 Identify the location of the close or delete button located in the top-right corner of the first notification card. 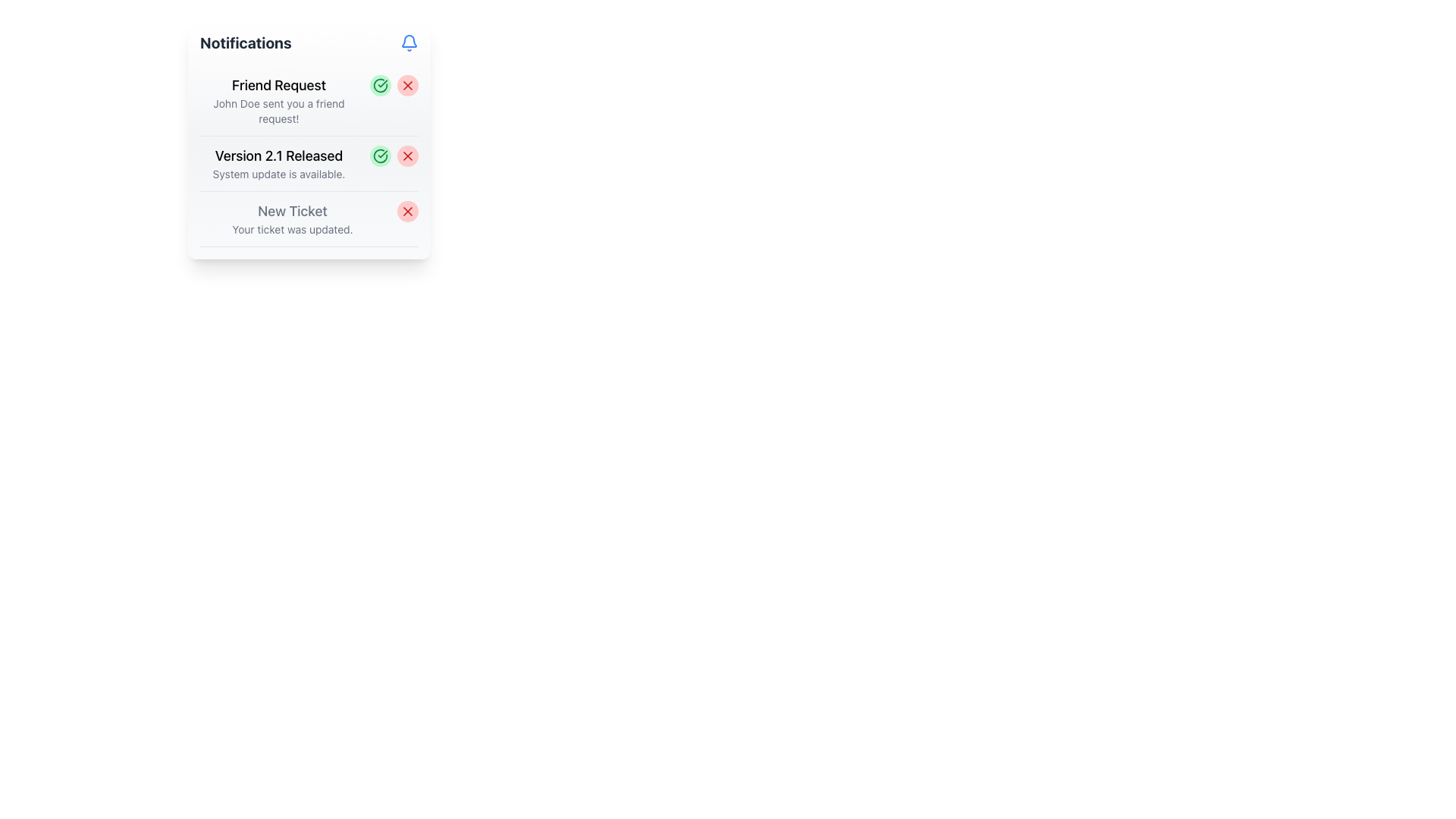
(407, 85).